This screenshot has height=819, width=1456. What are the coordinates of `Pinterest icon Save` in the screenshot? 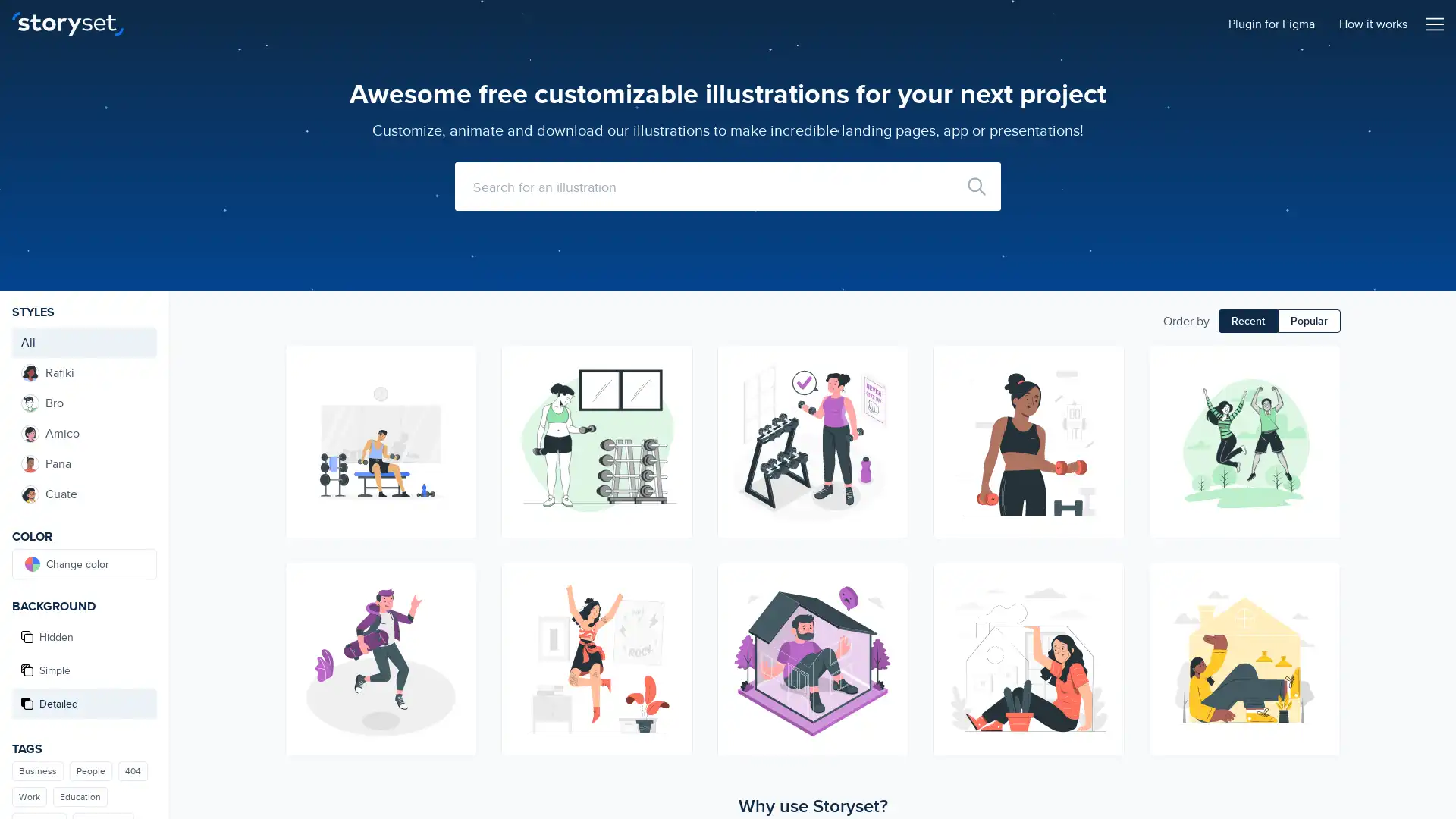 It's located at (457, 418).